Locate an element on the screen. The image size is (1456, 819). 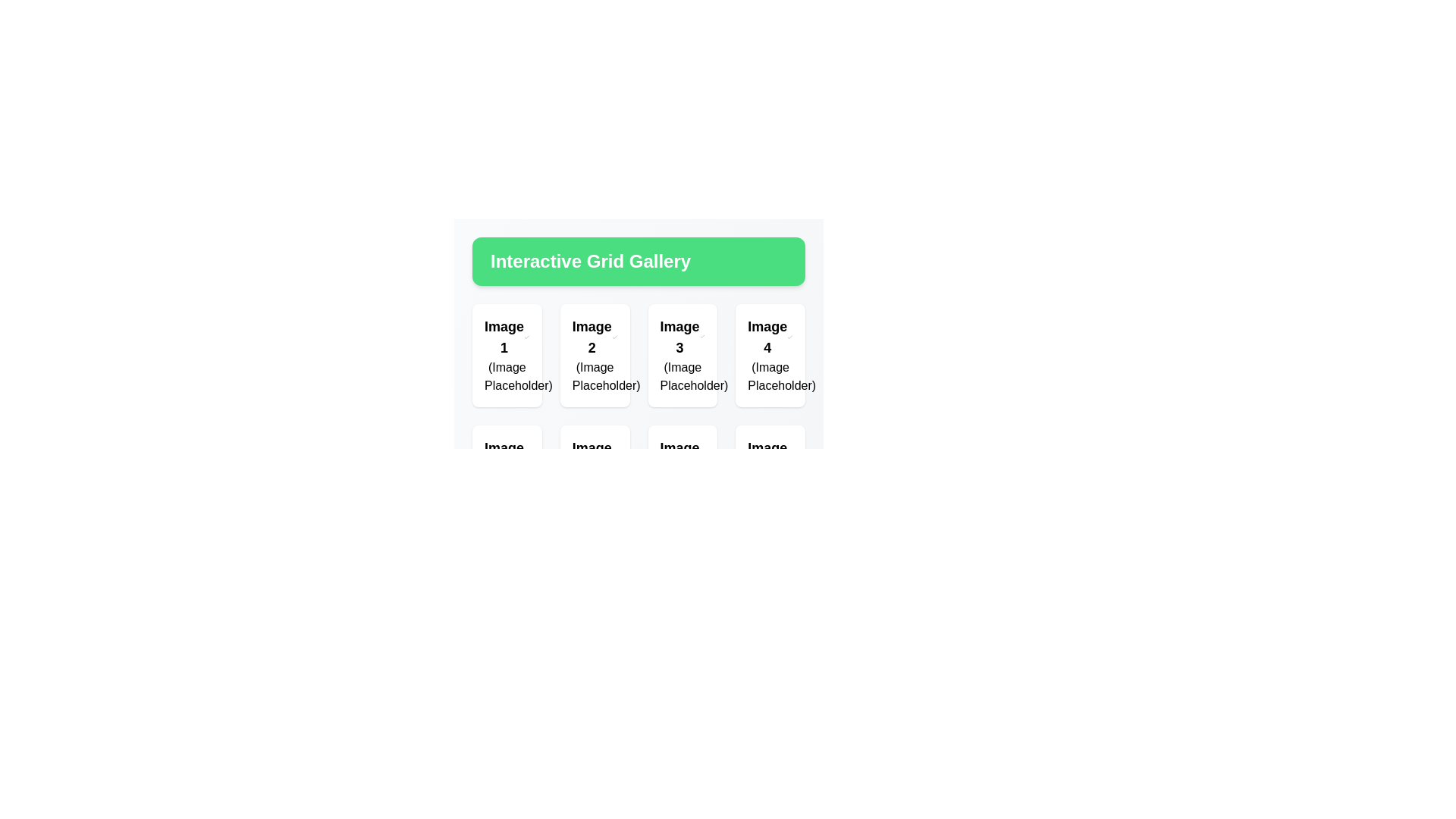
the text label that serves as a placeholder for an image, located below 'Image 1' in the first item of the image grid is located at coordinates (507, 376).